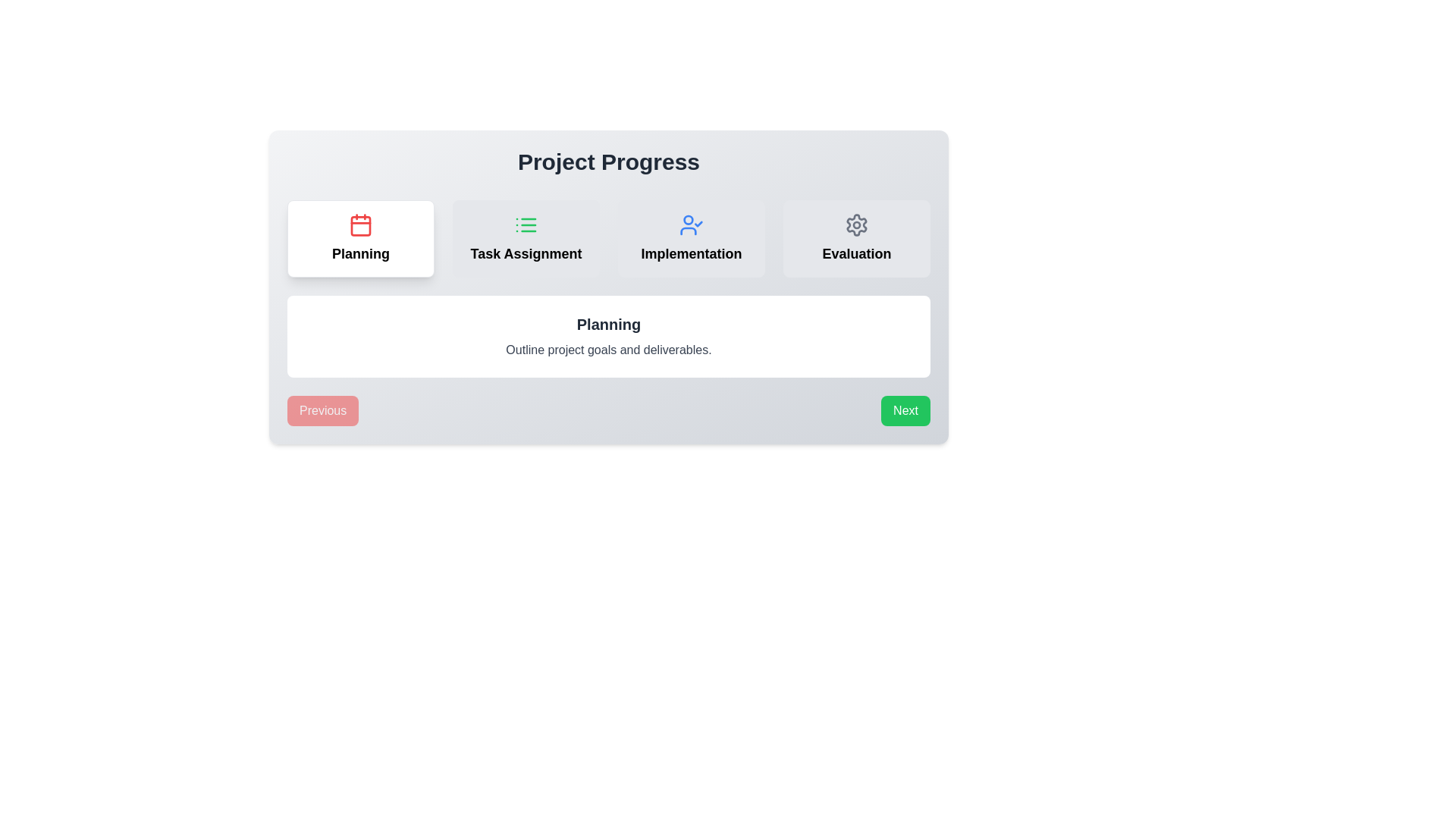 The width and height of the screenshot is (1456, 819). What do you see at coordinates (691, 253) in the screenshot?
I see `the 'Implementation' text label located in the 'Project Progress' section, which is centrally positioned in the third column of a four-column layout, just beneath the user checkmark icon` at bounding box center [691, 253].